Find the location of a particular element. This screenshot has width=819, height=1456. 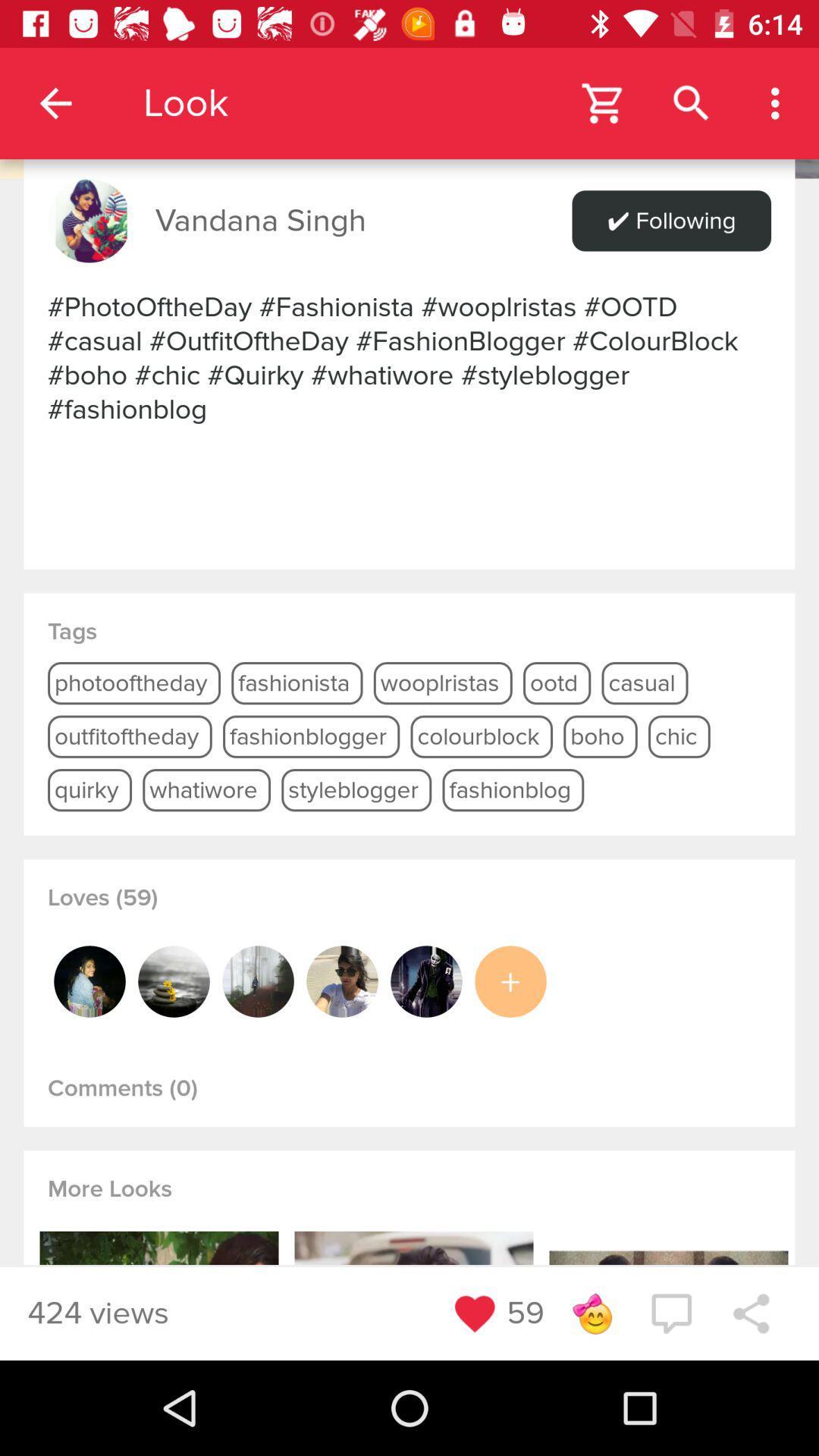

the item below the loves (59) item is located at coordinates (426, 981).